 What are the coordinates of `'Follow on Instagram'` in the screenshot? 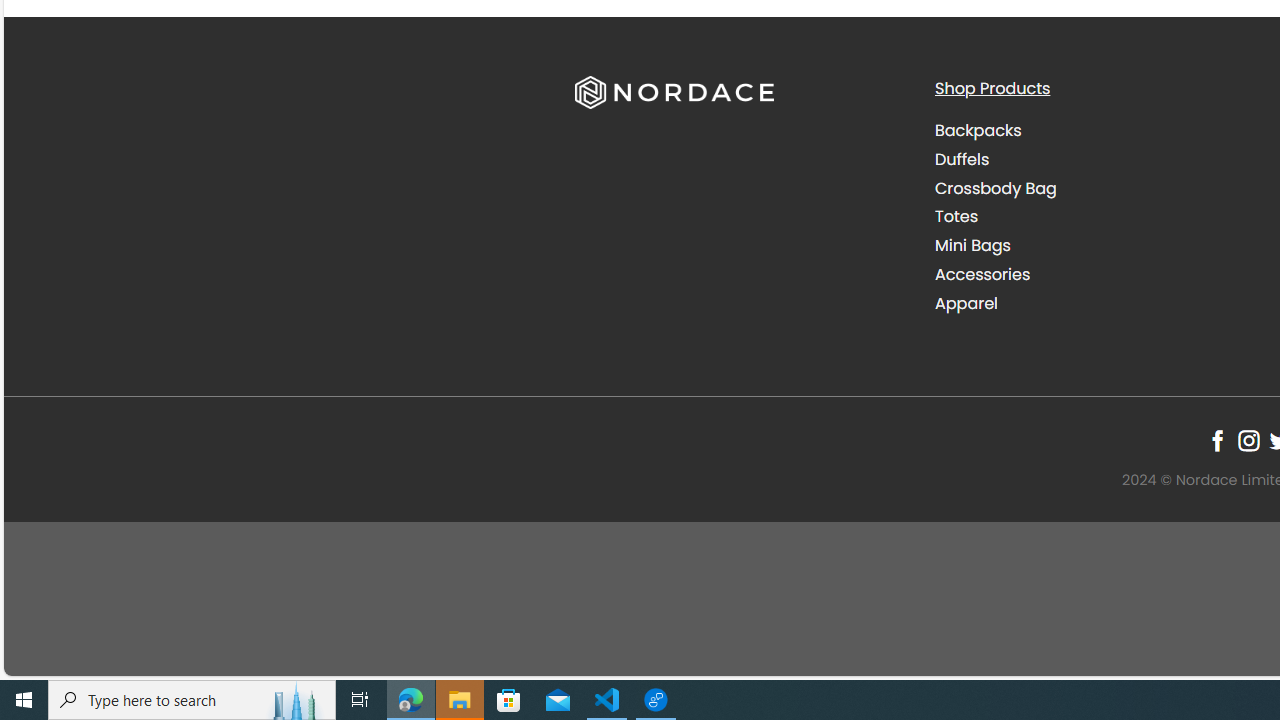 It's located at (1247, 440).